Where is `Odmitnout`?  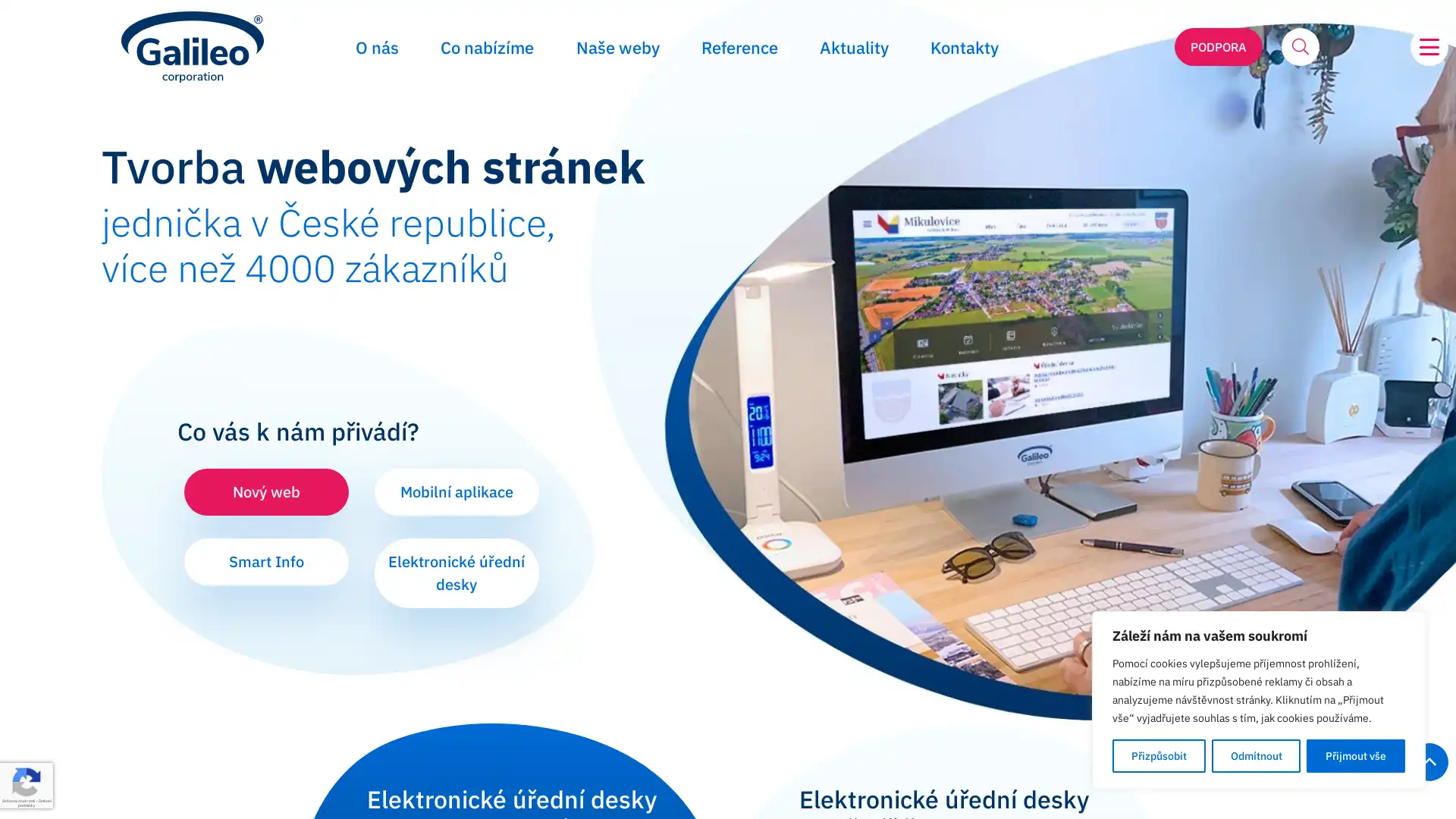
Odmitnout is located at coordinates (1256, 755).